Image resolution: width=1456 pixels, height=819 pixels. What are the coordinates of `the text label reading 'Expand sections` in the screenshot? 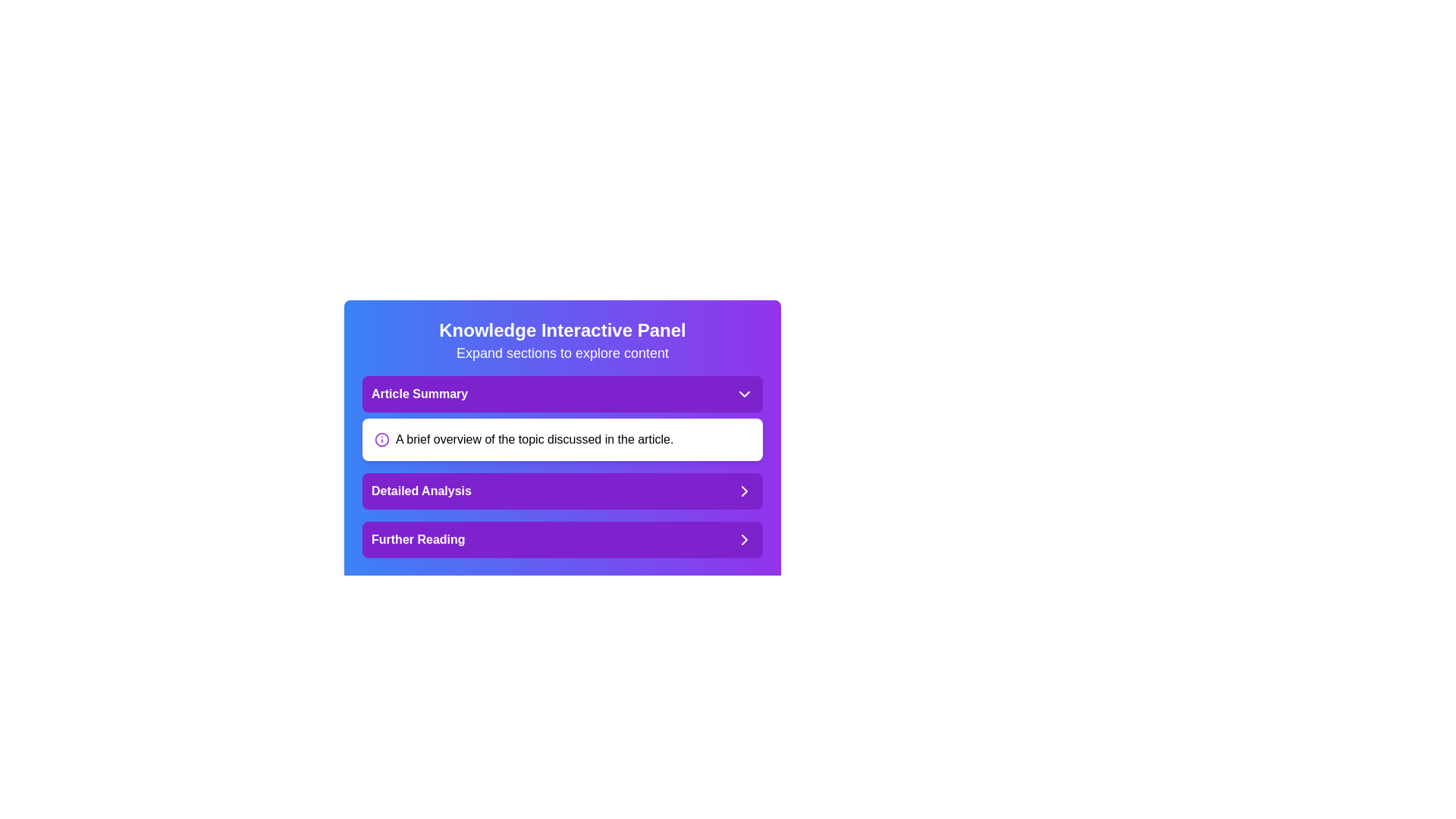 It's located at (562, 353).